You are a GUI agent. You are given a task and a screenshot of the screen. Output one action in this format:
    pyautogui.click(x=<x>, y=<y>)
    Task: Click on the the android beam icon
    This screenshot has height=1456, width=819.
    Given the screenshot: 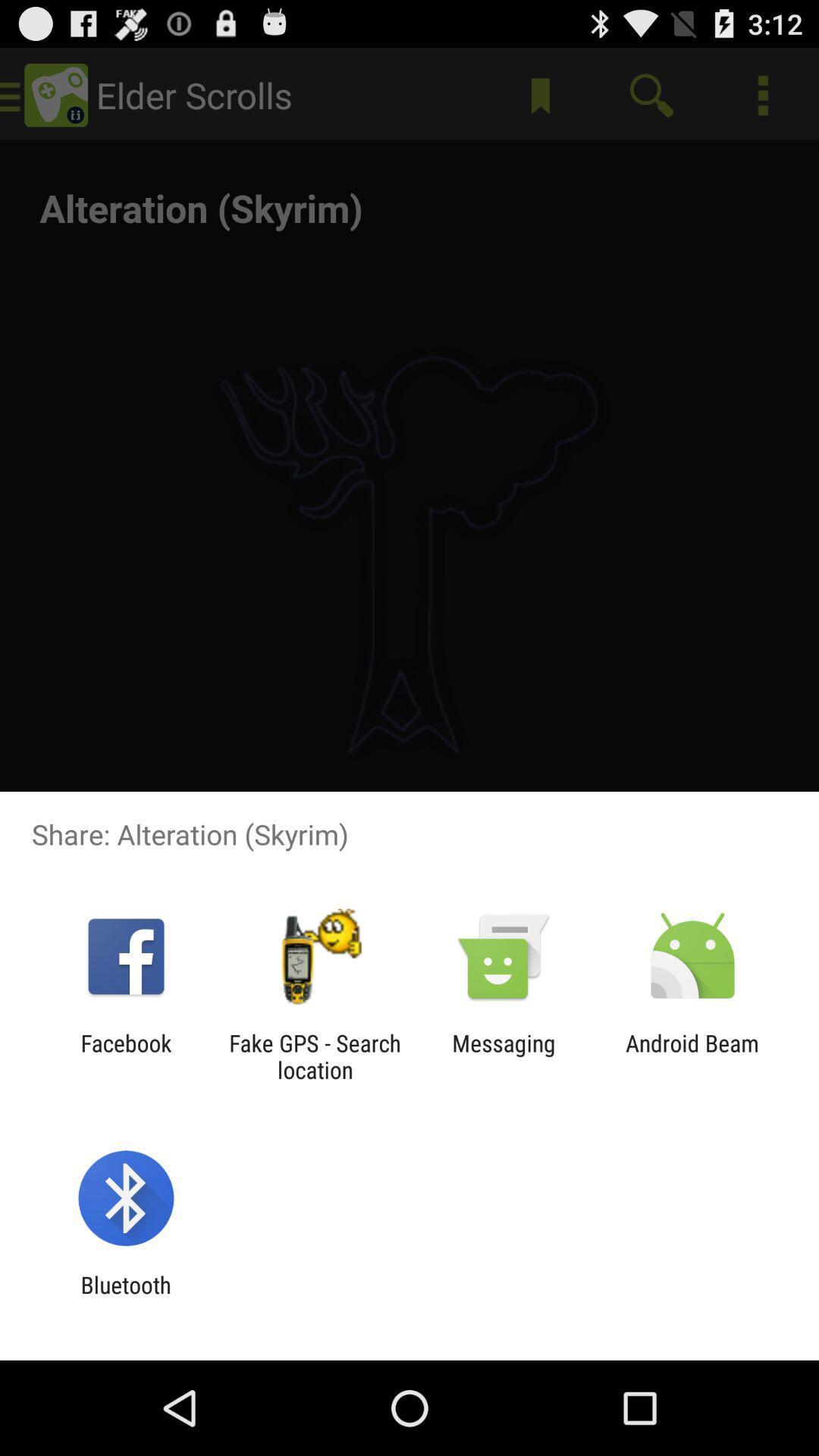 What is the action you would take?
    pyautogui.click(x=692, y=1056)
    